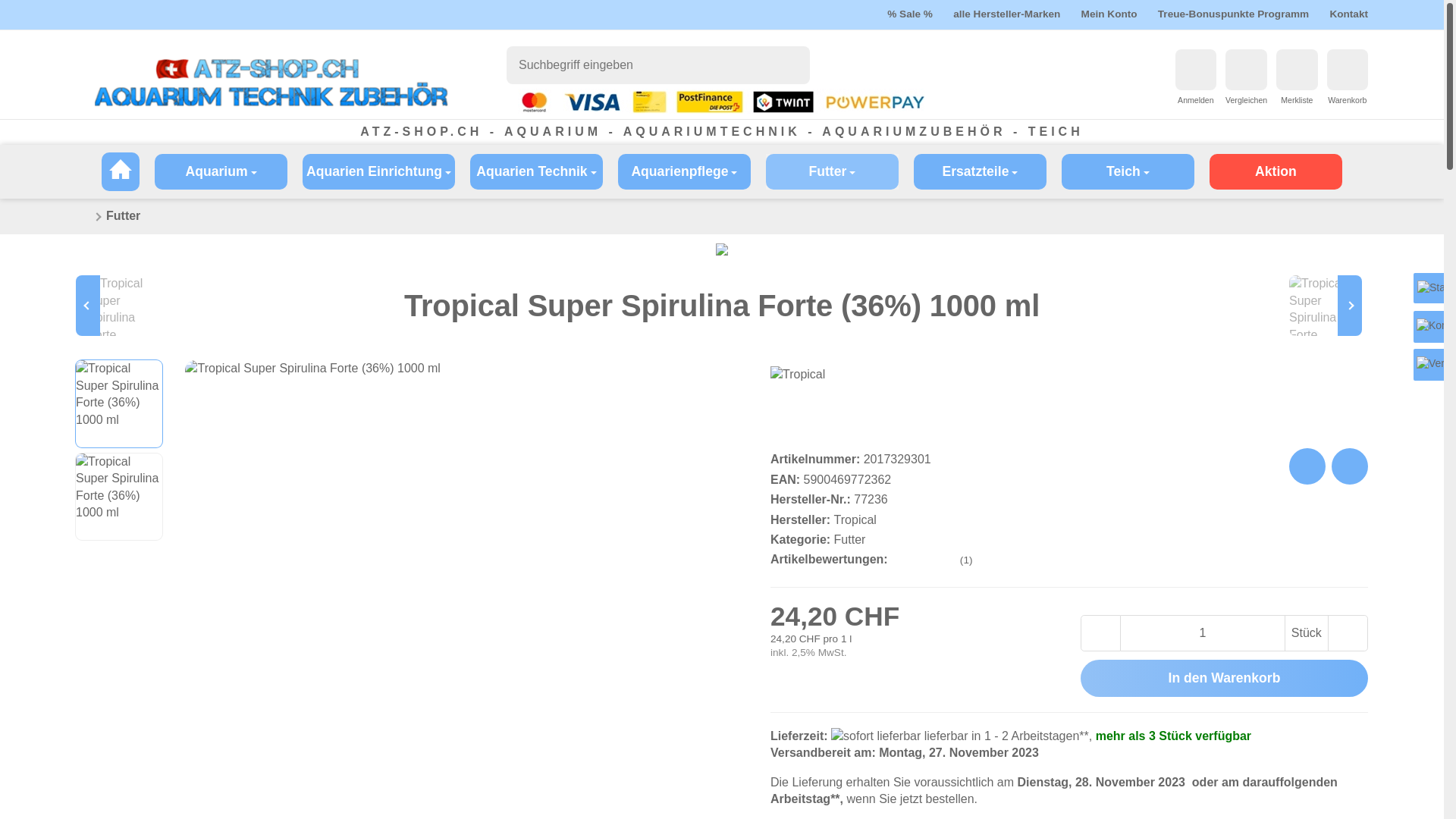  I want to click on 'Merkliste', so click(1295, 100).